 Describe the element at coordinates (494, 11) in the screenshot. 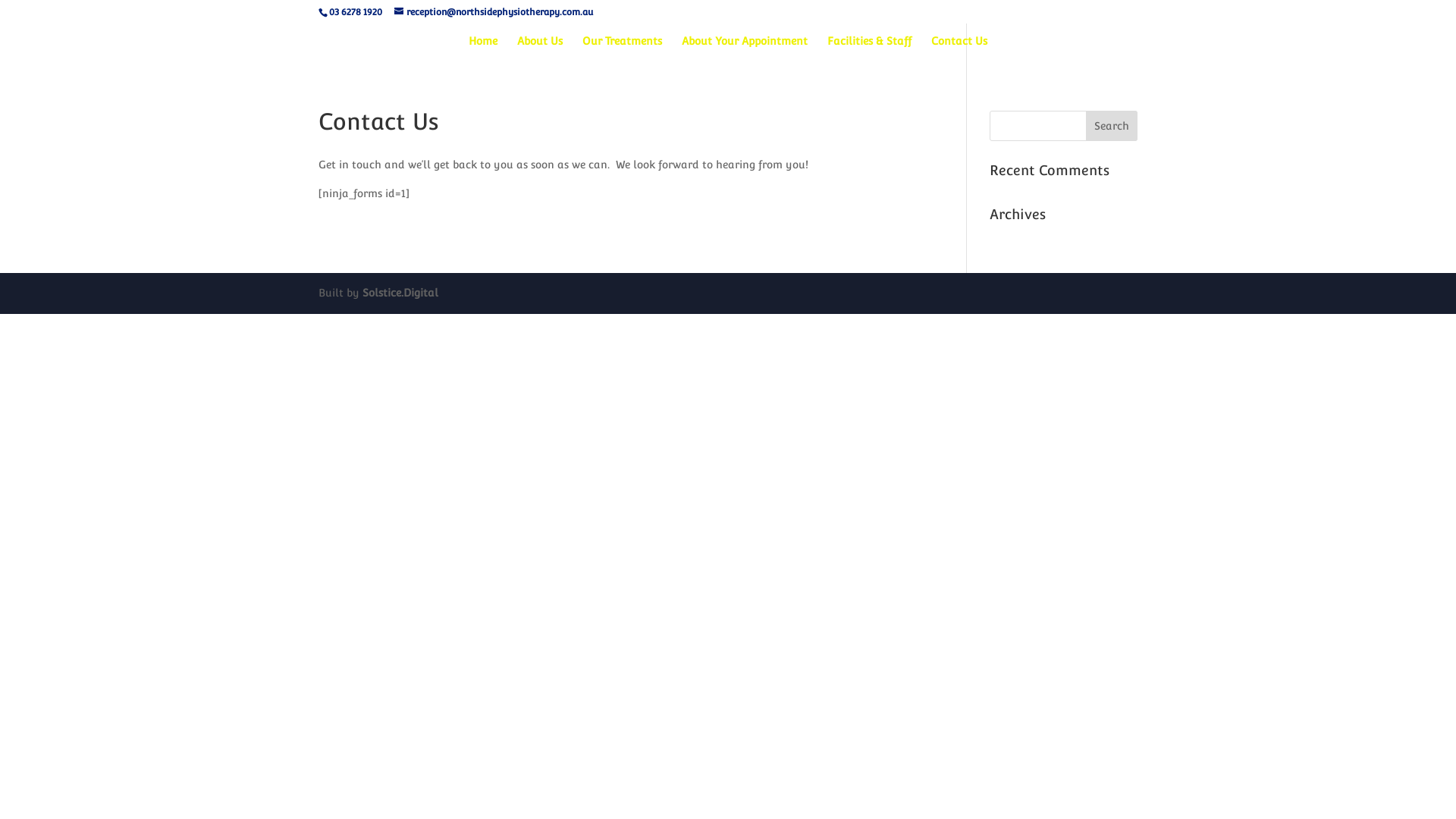

I see `'reception@northsidephysiotherapy.com.au'` at that location.